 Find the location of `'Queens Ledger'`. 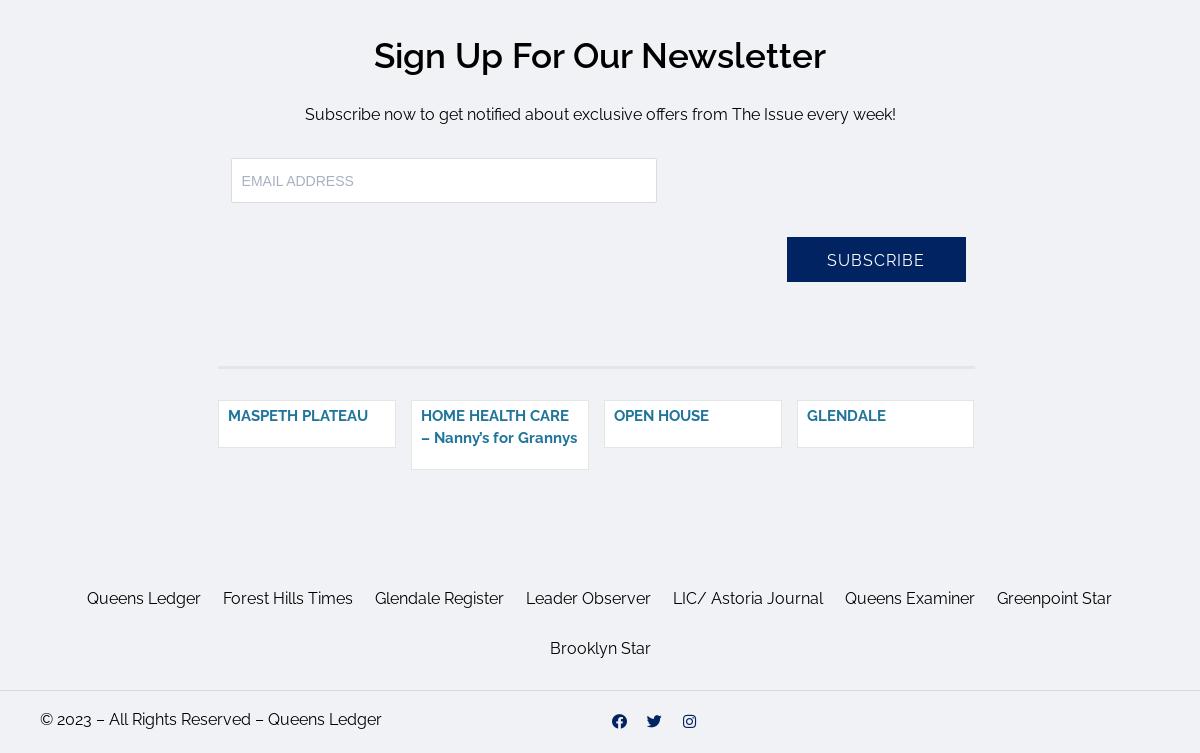

'Queens Ledger' is located at coordinates (144, 597).